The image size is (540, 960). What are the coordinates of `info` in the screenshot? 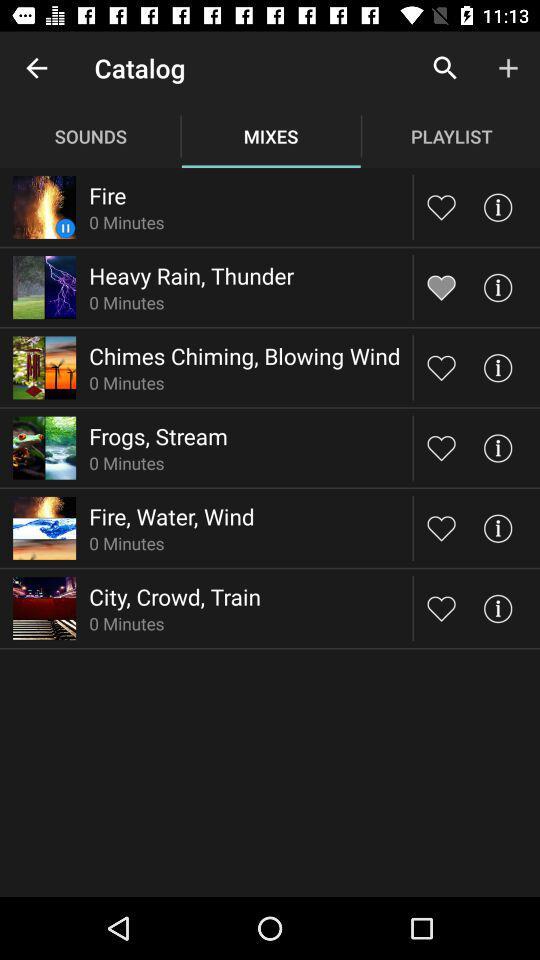 It's located at (496, 366).